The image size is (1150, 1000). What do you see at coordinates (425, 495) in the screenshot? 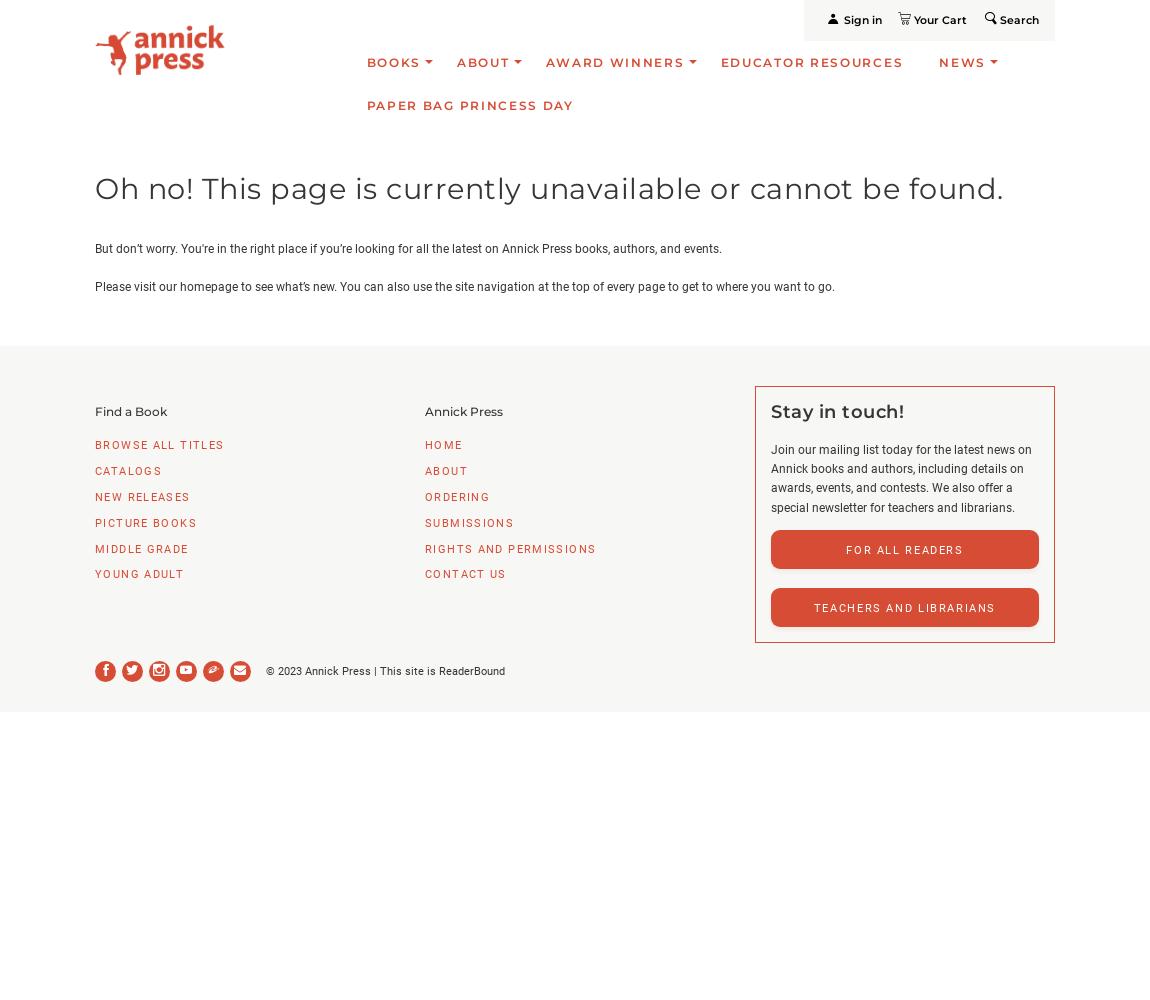
I see `'Ordering'` at bounding box center [425, 495].